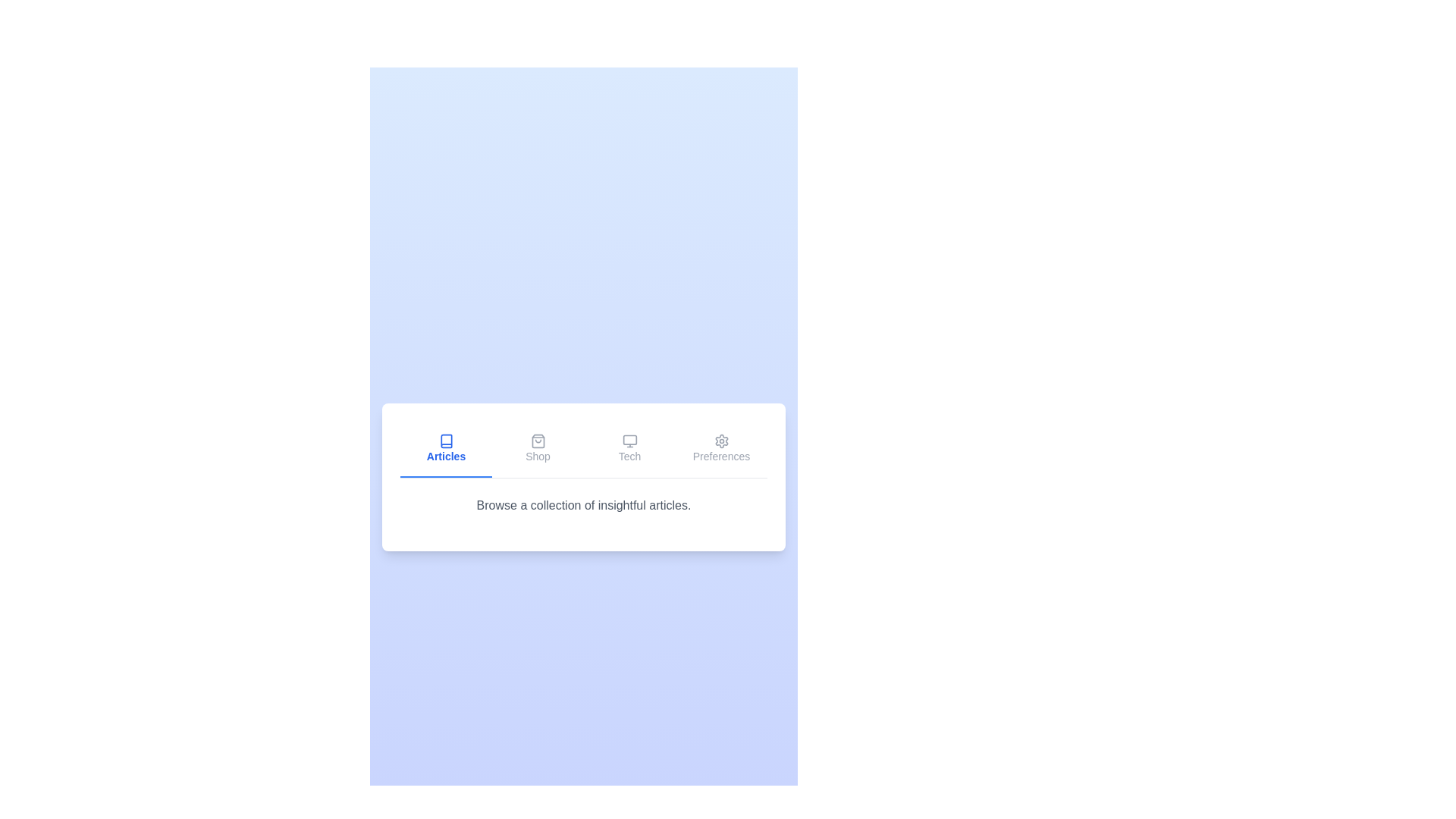  Describe the element at coordinates (445, 448) in the screenshot. I see `the tab labeled Articles to select it` at that location.